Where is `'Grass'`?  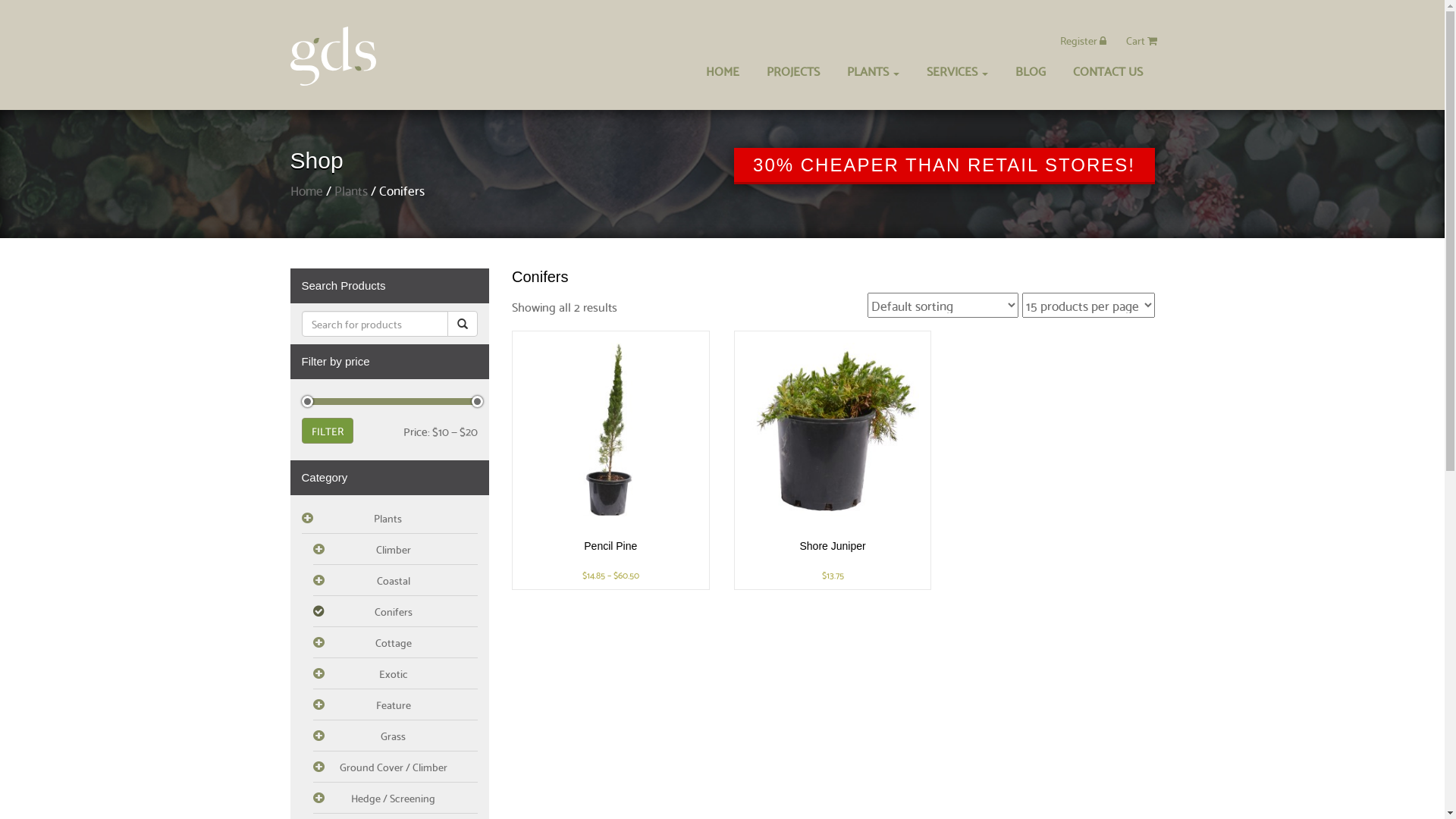
'Grass' is located at coordinates (395, 735).